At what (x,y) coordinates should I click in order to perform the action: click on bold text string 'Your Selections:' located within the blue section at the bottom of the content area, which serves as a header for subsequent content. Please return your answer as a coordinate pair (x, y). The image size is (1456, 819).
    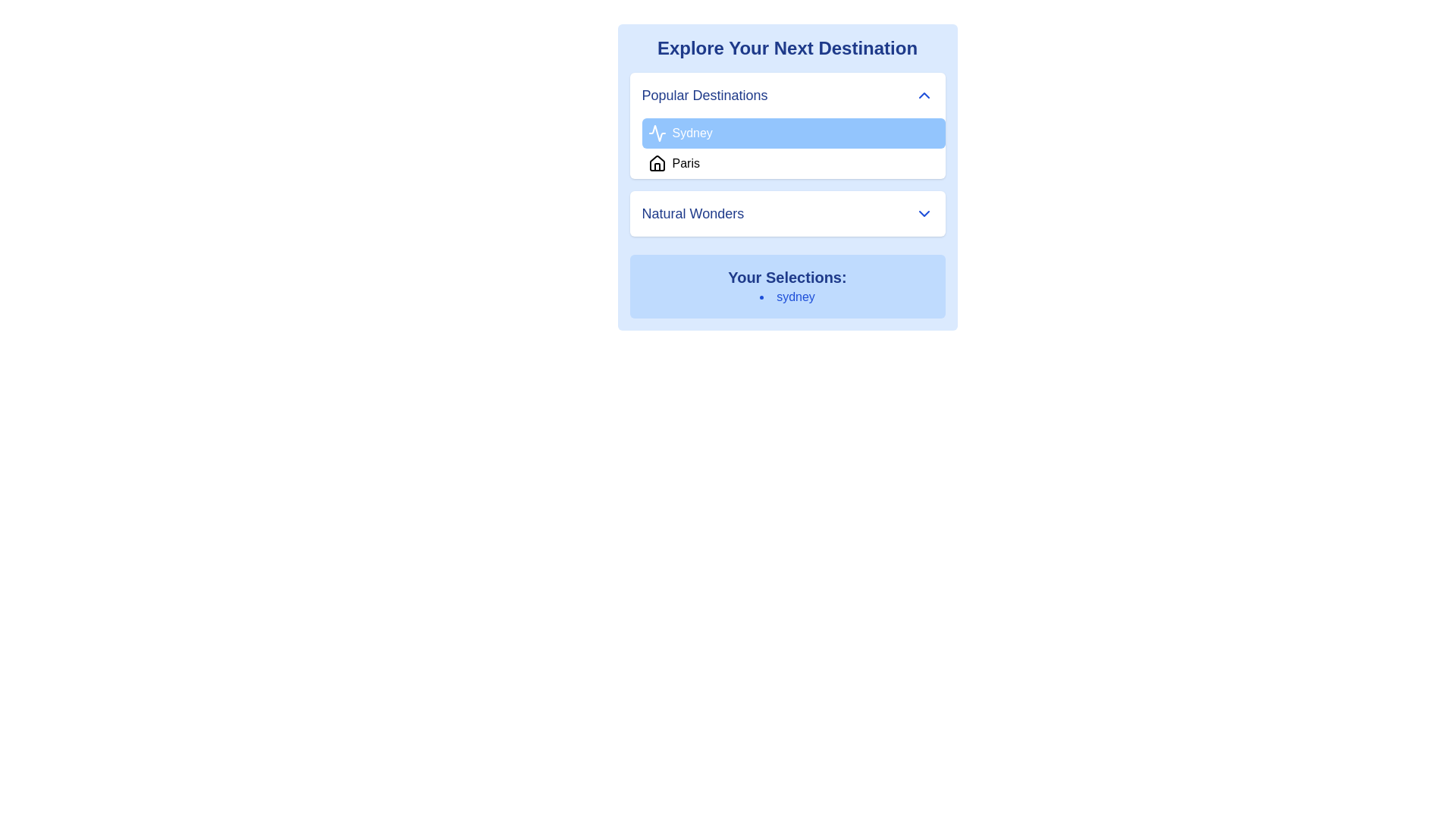
    Looking at the image, I should click on (787, 278).